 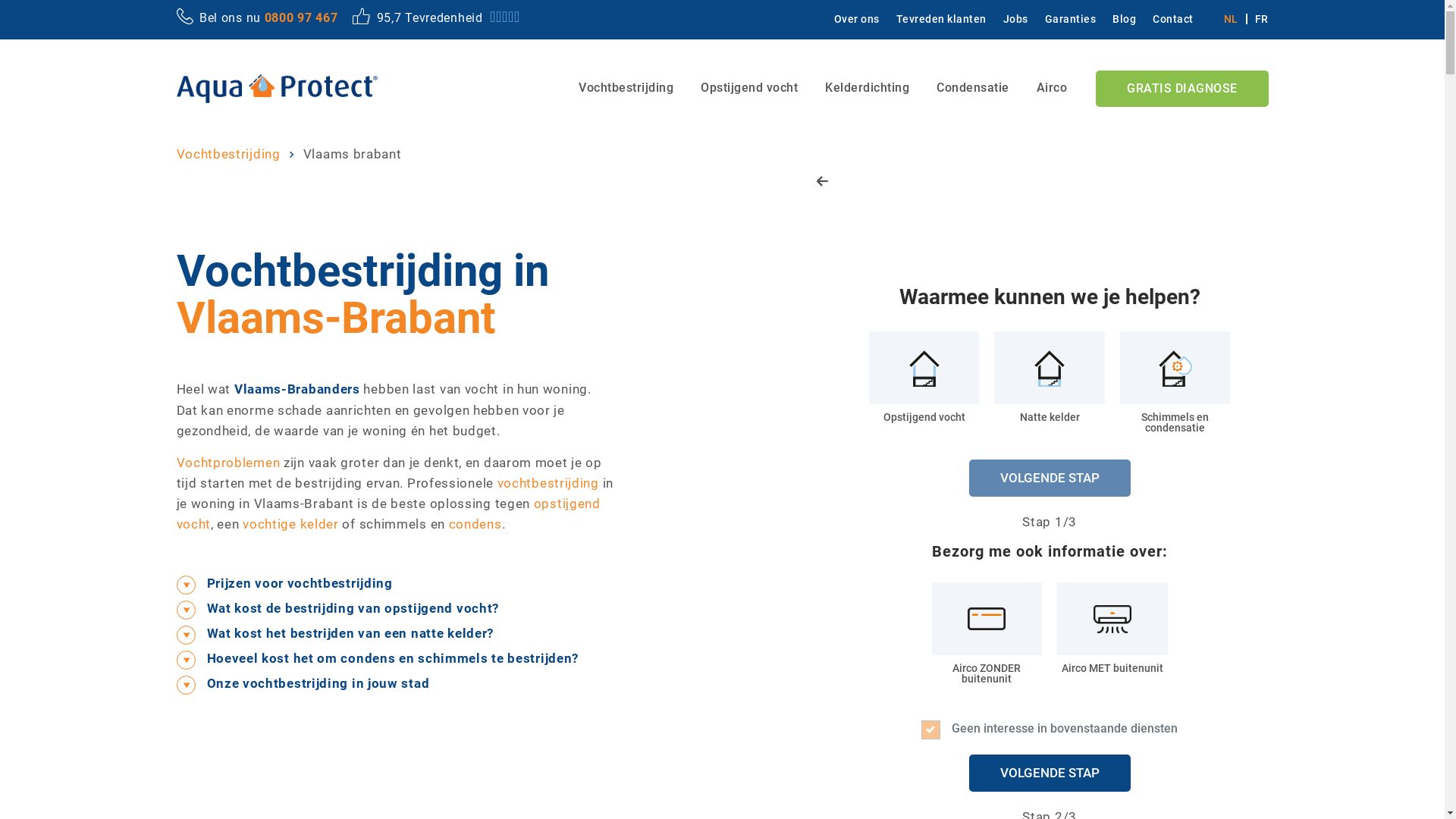 I want to click on 'Contact', so click(x=1143, y=18).